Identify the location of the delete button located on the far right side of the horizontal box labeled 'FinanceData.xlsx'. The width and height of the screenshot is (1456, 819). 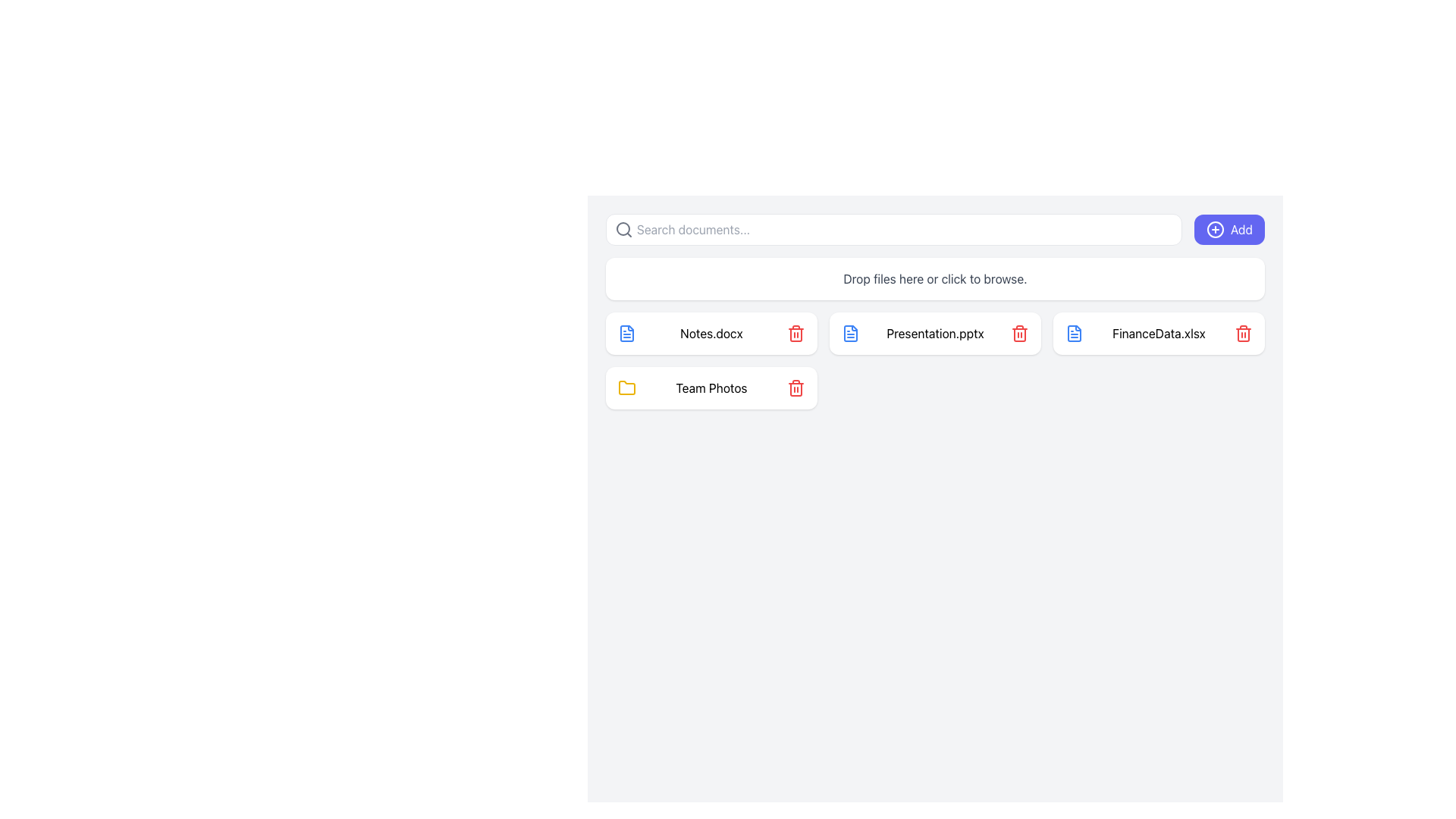
(1244, 332).